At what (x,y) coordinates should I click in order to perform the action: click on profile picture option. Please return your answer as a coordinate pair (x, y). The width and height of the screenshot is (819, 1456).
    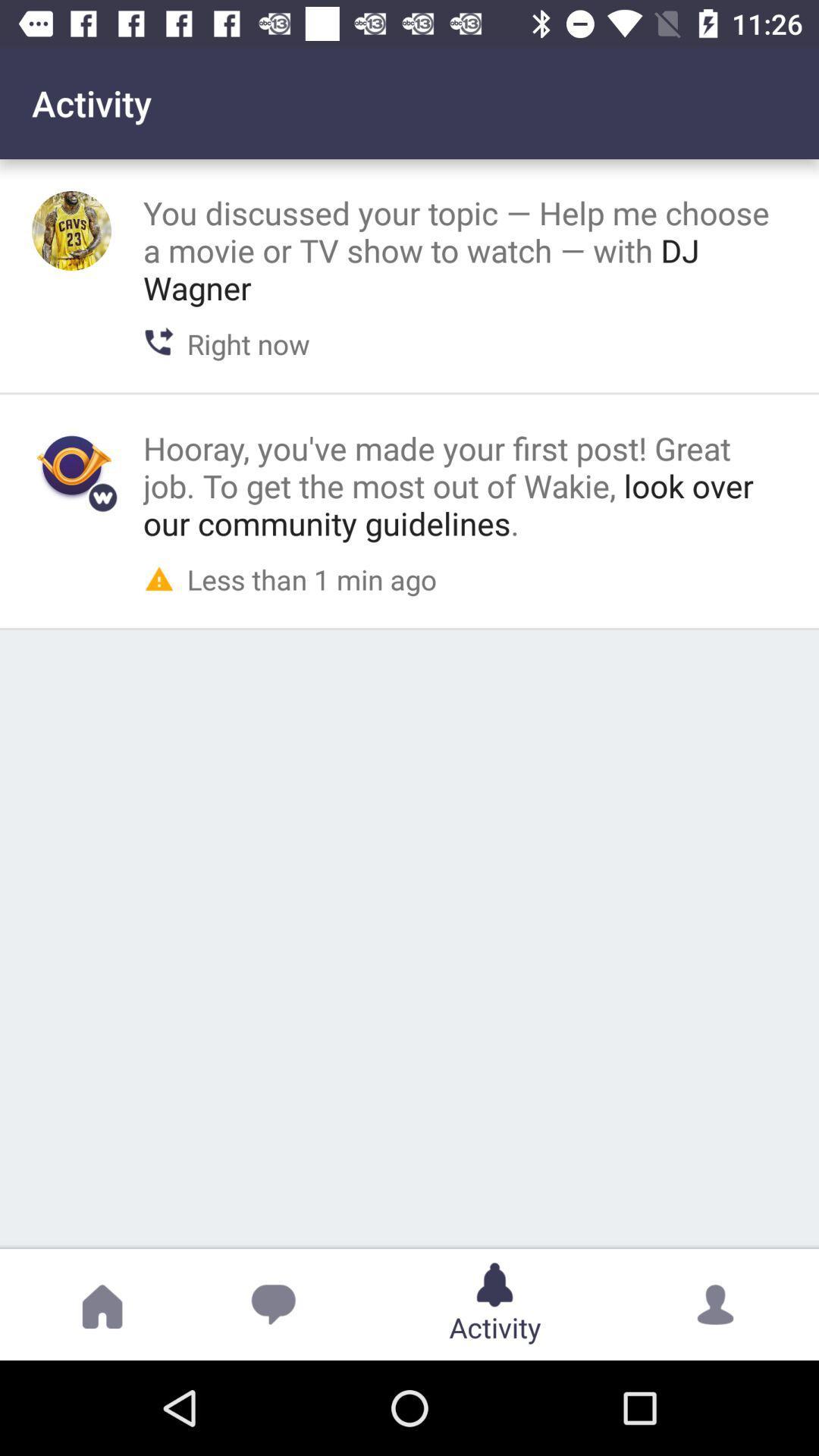
    Looking at the image, I should click on (71, 230).